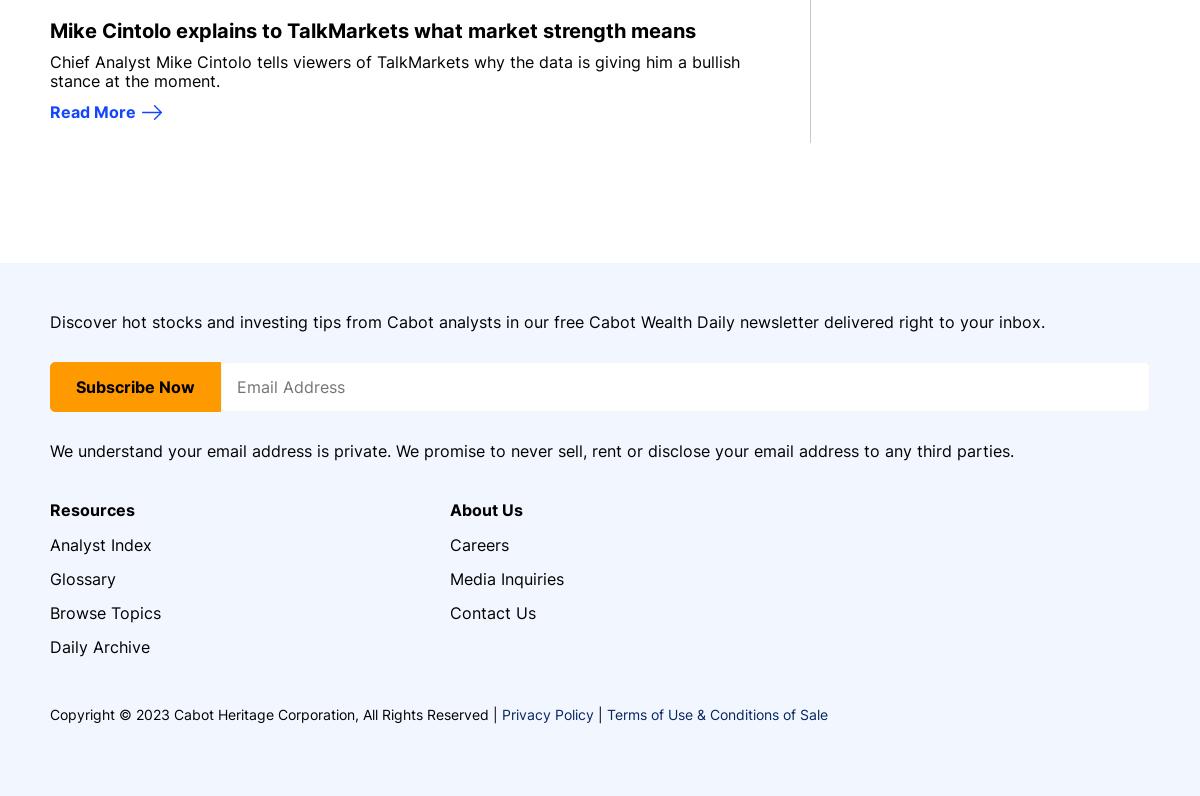 The image size is (1200, 796). I want to click on 'Resources', so click(92, 509).